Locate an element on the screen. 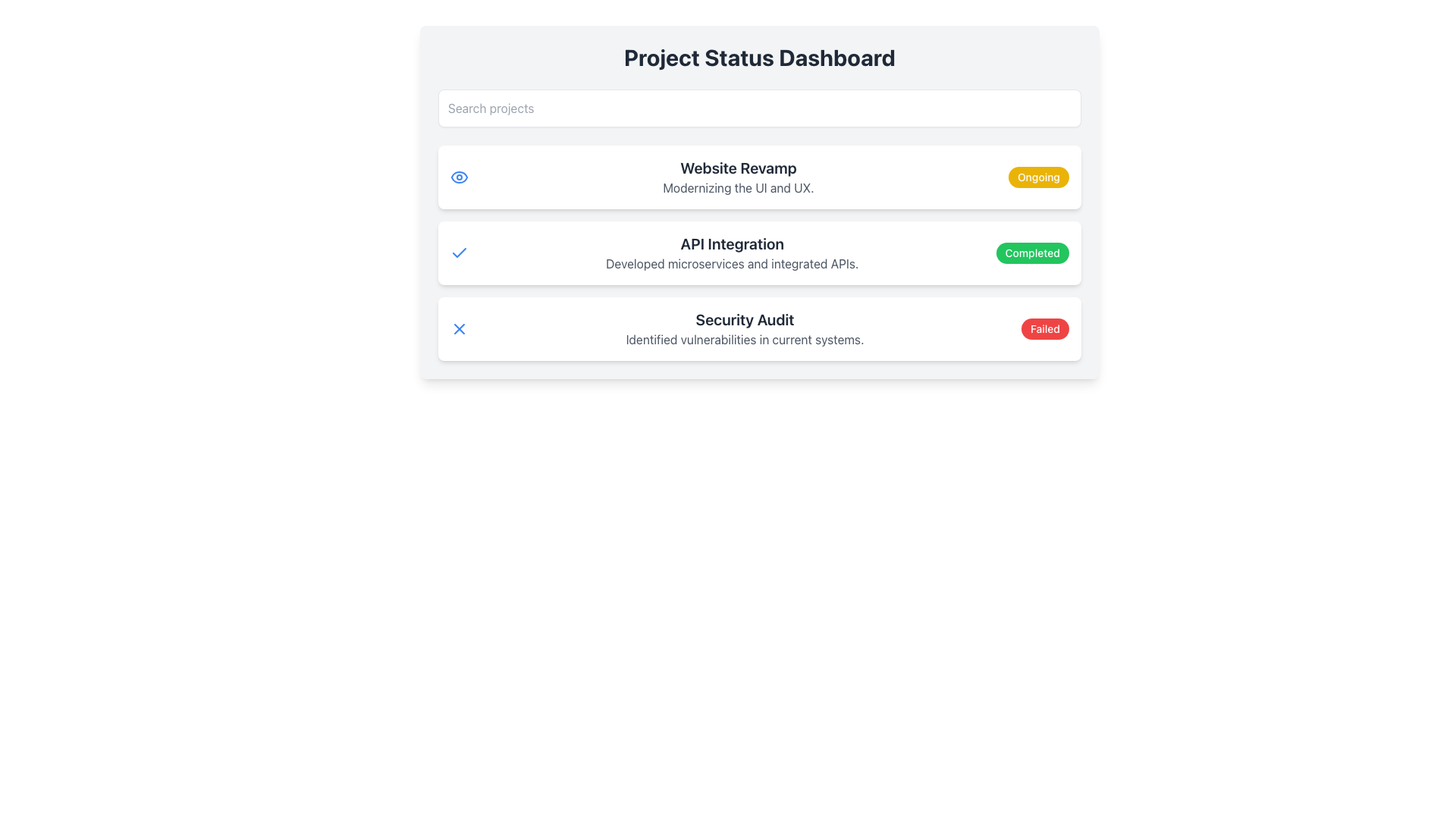 This screenshot has width=1456, height=819. descriptive display block containing the static text 'API Integration' and its description 'Developed microservices and integrated APIs.' located centrally in the vertical list layout is located at coordinates (732, 253).